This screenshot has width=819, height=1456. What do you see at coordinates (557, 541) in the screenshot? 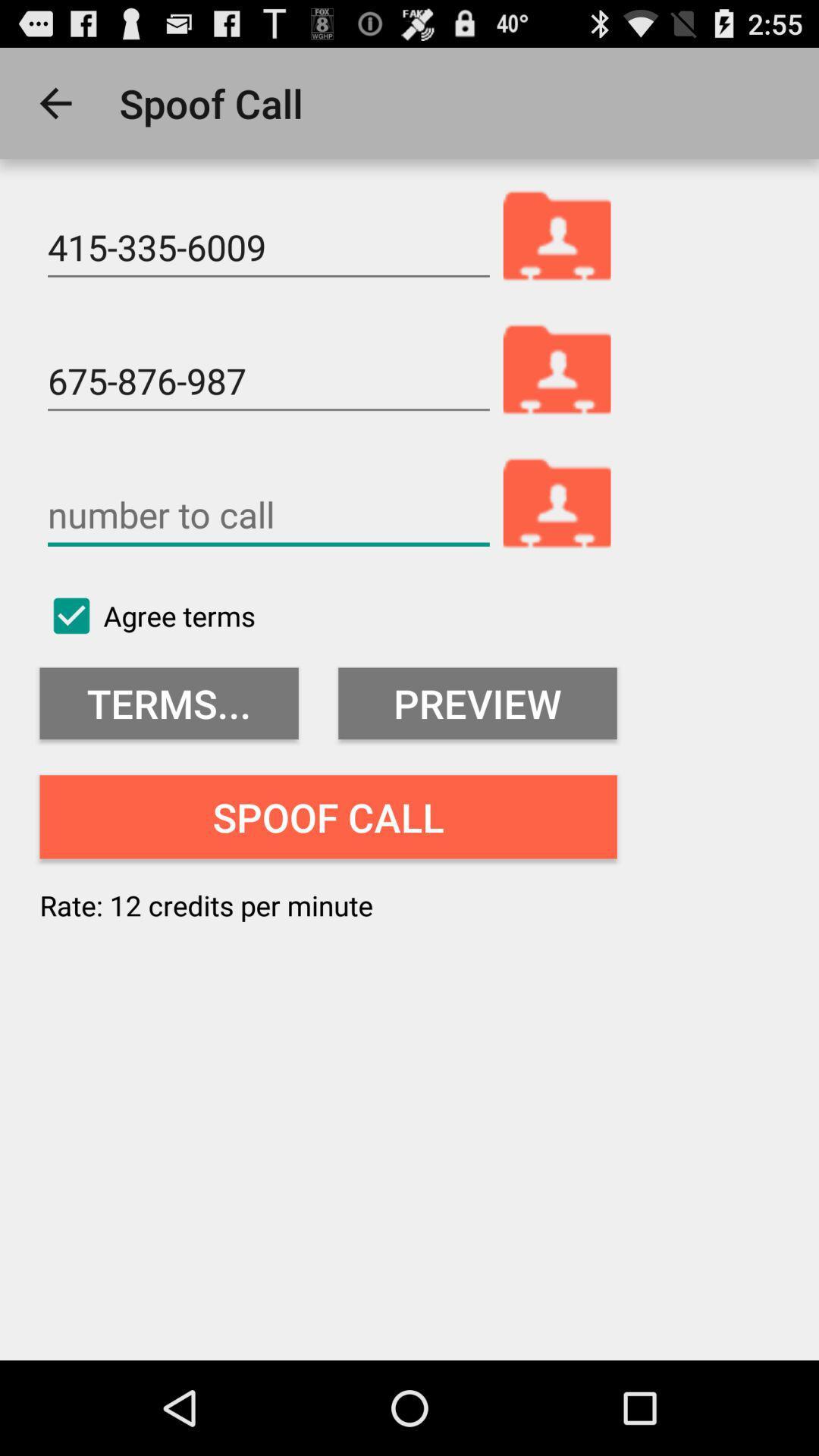
I see `the folder icon` at bounding box center [557, 541].